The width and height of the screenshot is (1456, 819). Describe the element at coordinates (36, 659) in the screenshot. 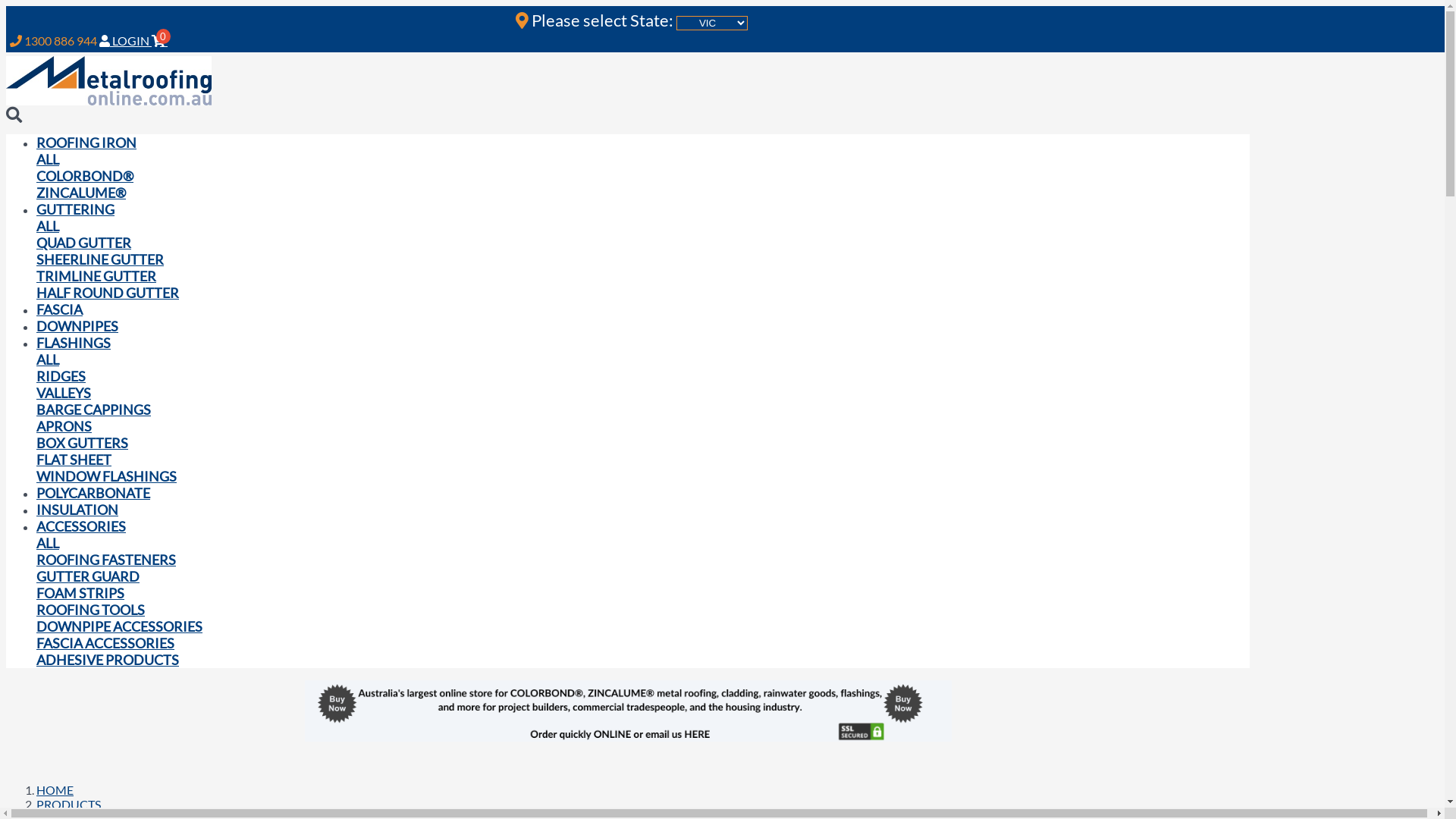

I see `'ADHESIVE PRODUCTS'` at that location.